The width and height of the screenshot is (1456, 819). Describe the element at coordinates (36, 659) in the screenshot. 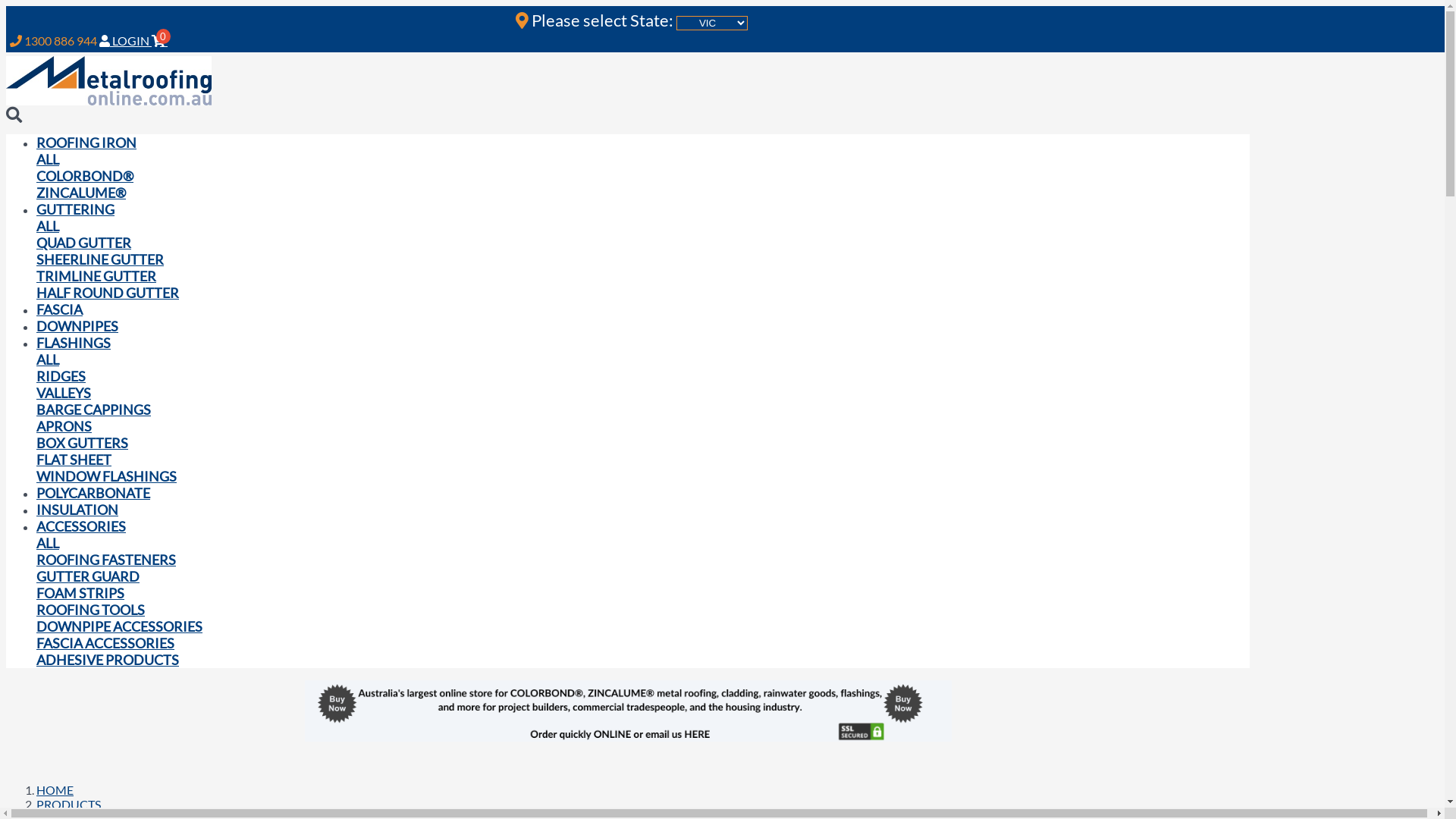

I see `'ADHESIVE PRODUCTS'` at that location.